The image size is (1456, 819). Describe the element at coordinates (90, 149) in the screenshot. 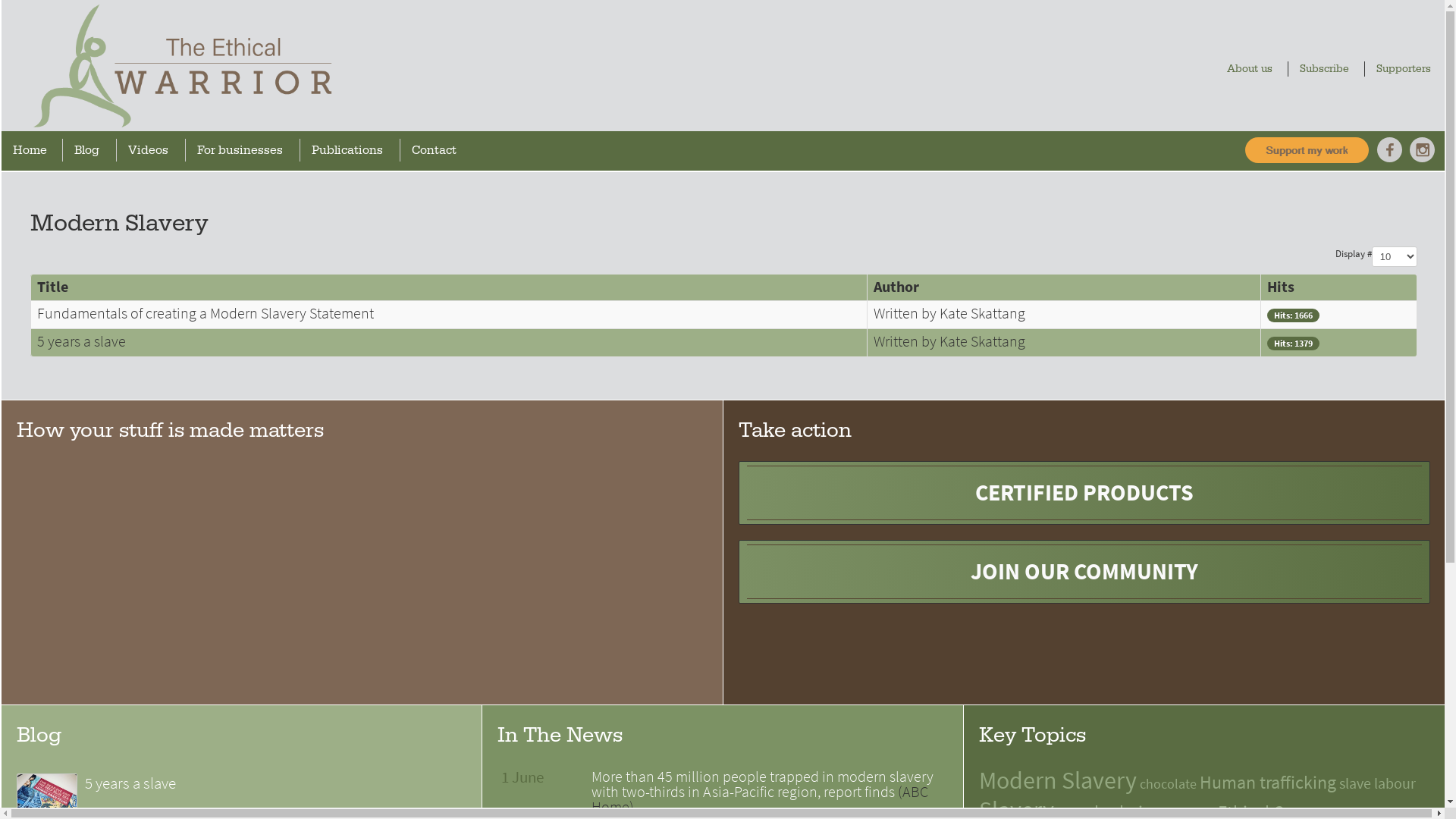

I see `'Blog'` at that location.